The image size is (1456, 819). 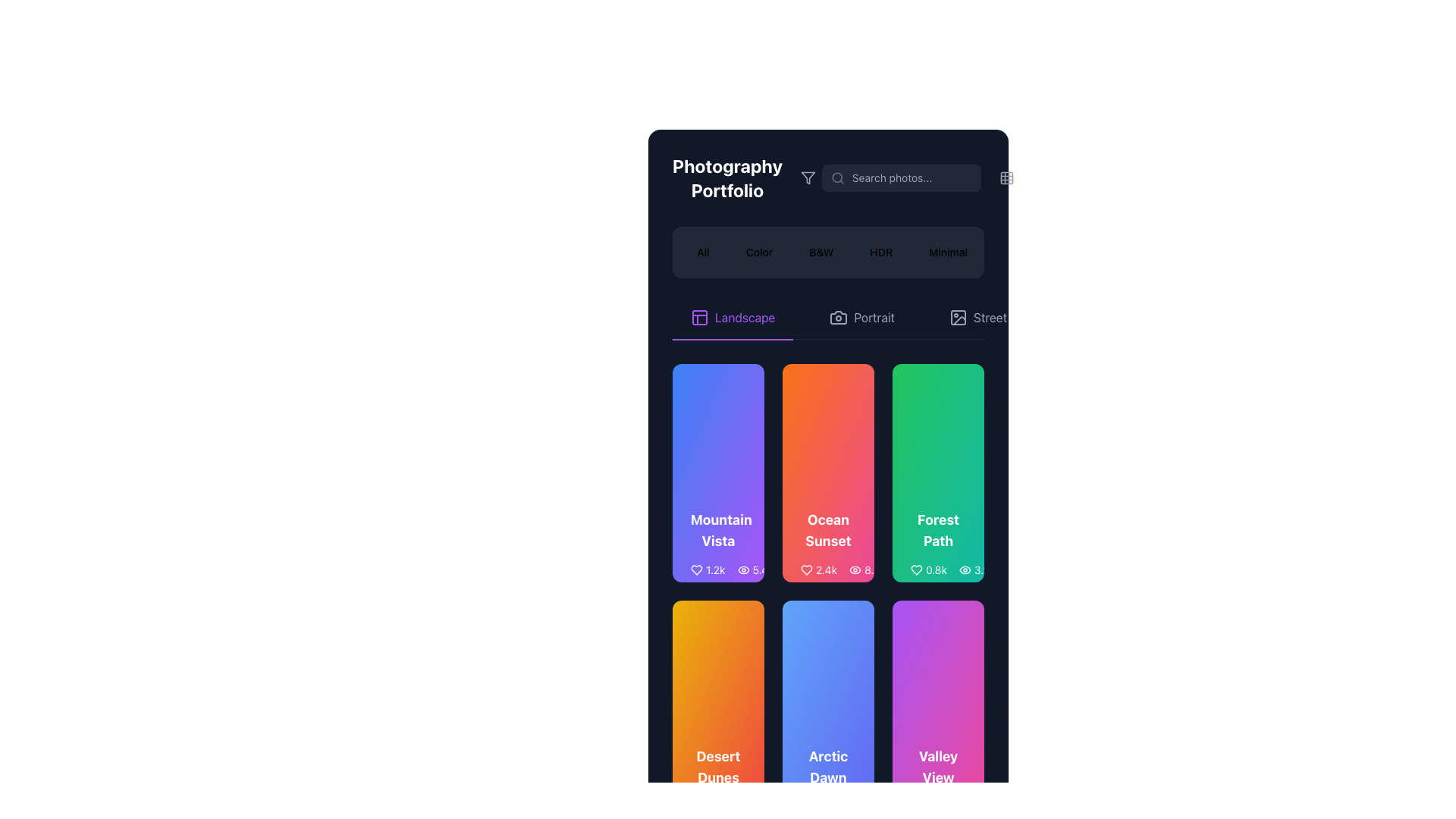 I want to click on the Statistic display module located at the bottom of the 'Mountain Vista' card, which shows metrics '1.2k' and '5.4k' with heart and eye icons, so click(x=732, y=570).